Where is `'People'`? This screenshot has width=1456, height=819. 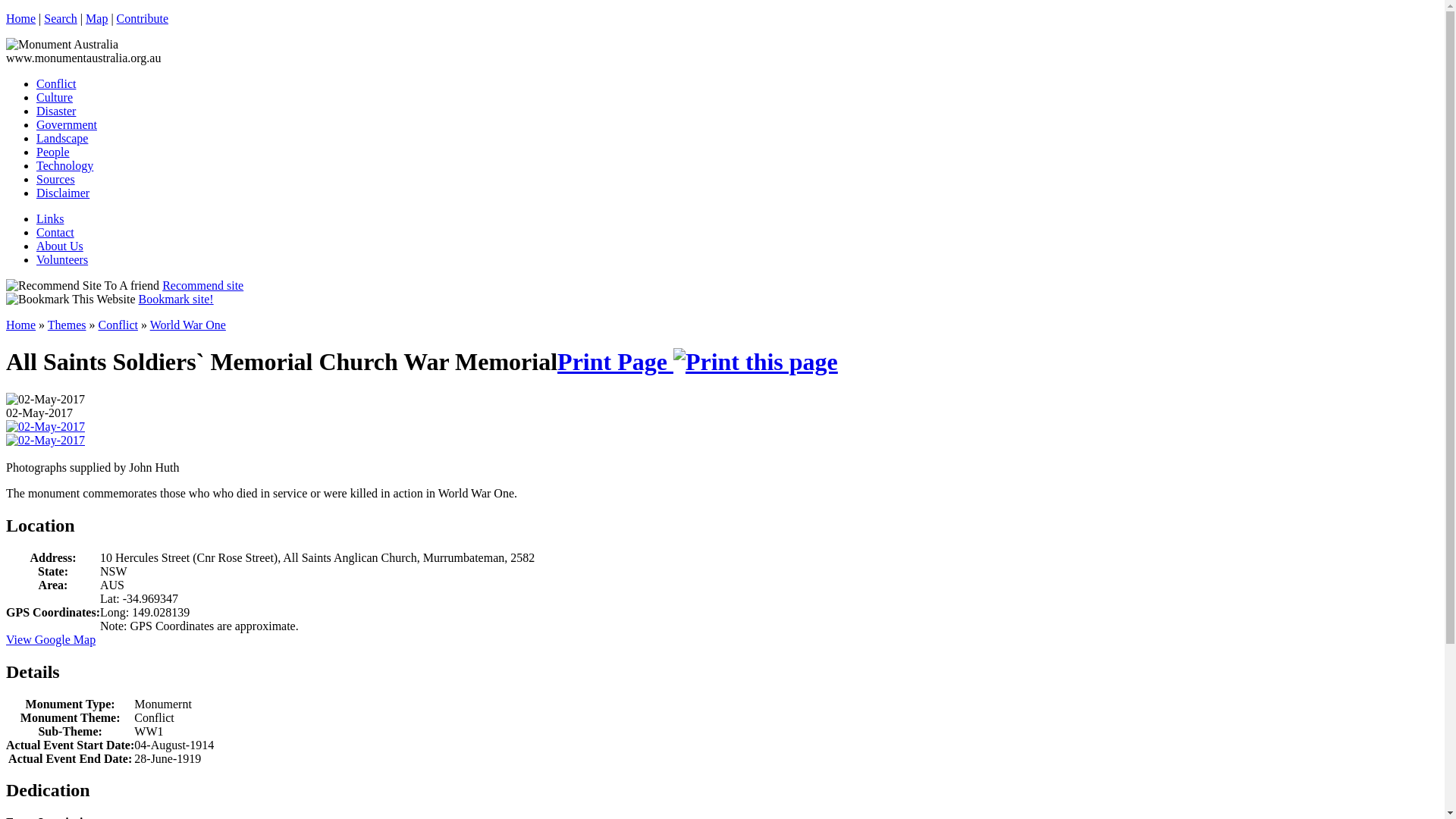 'People' is located at coordinates (53, 152).